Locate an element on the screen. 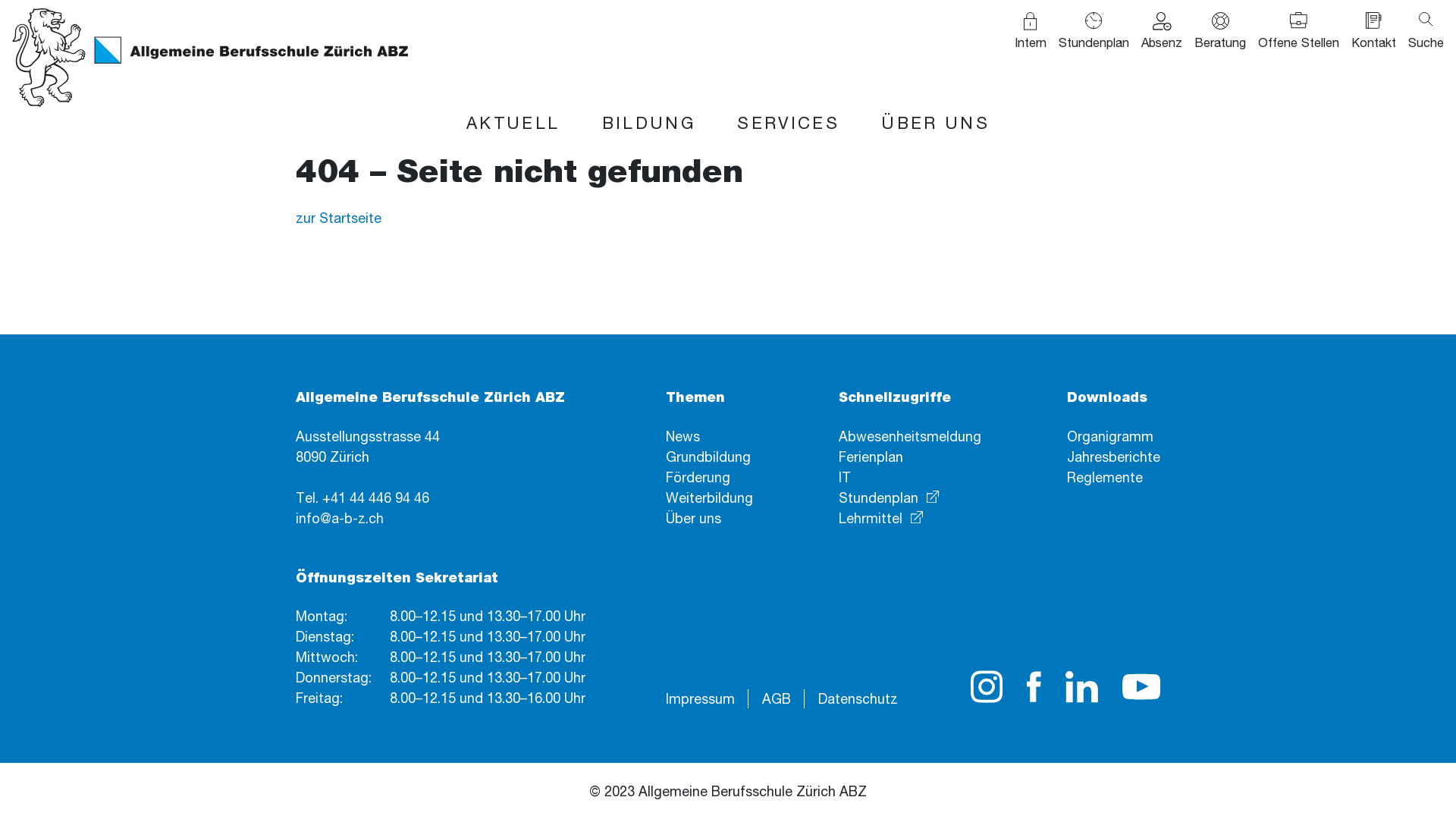 This screenshot has width=1456, height=819. 'Jahresberichte' is located at coordinates (1113, 455).